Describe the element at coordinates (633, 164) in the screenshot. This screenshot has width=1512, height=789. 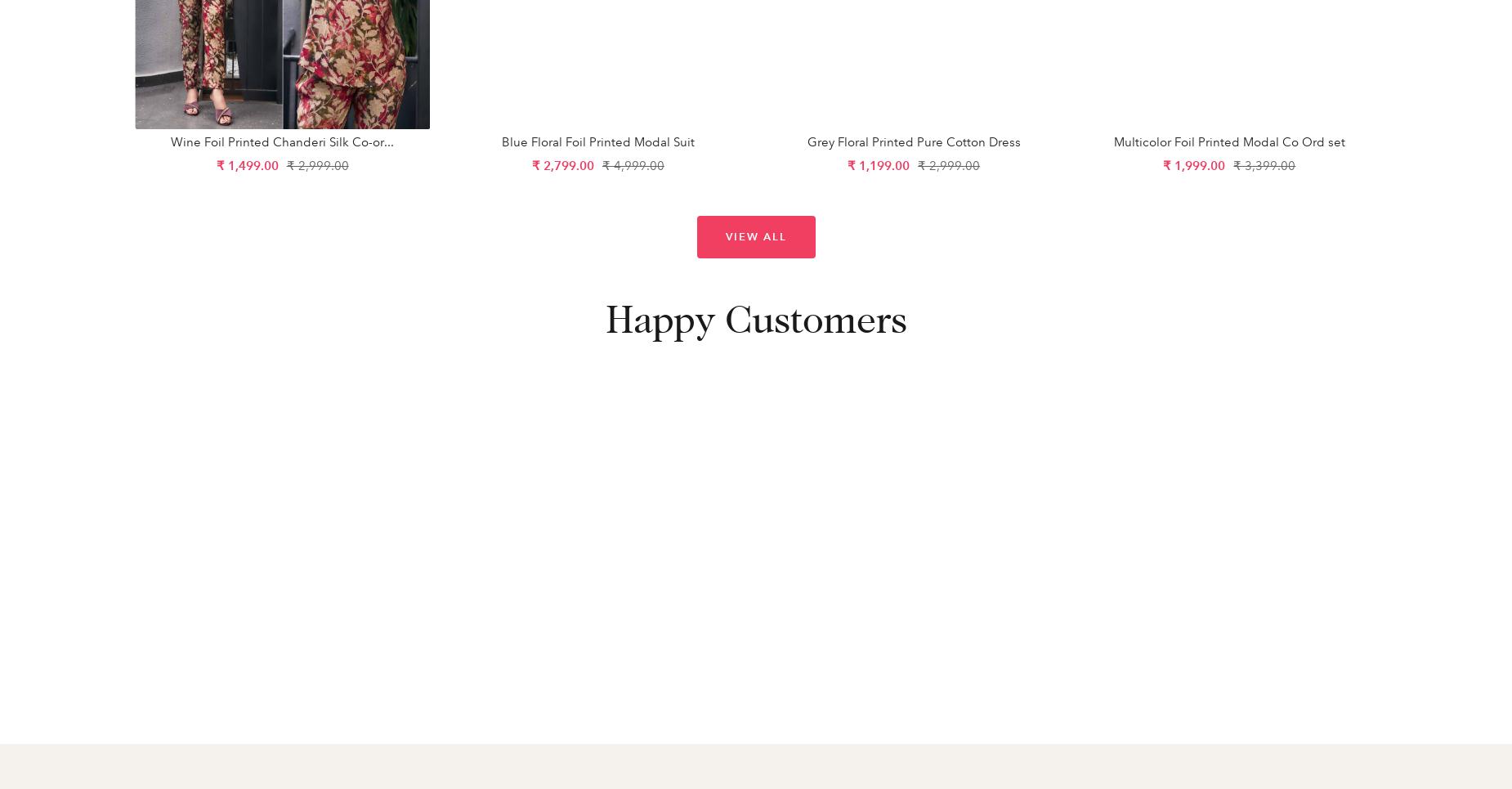
I see `'₹ 4,999.00'` at that location.